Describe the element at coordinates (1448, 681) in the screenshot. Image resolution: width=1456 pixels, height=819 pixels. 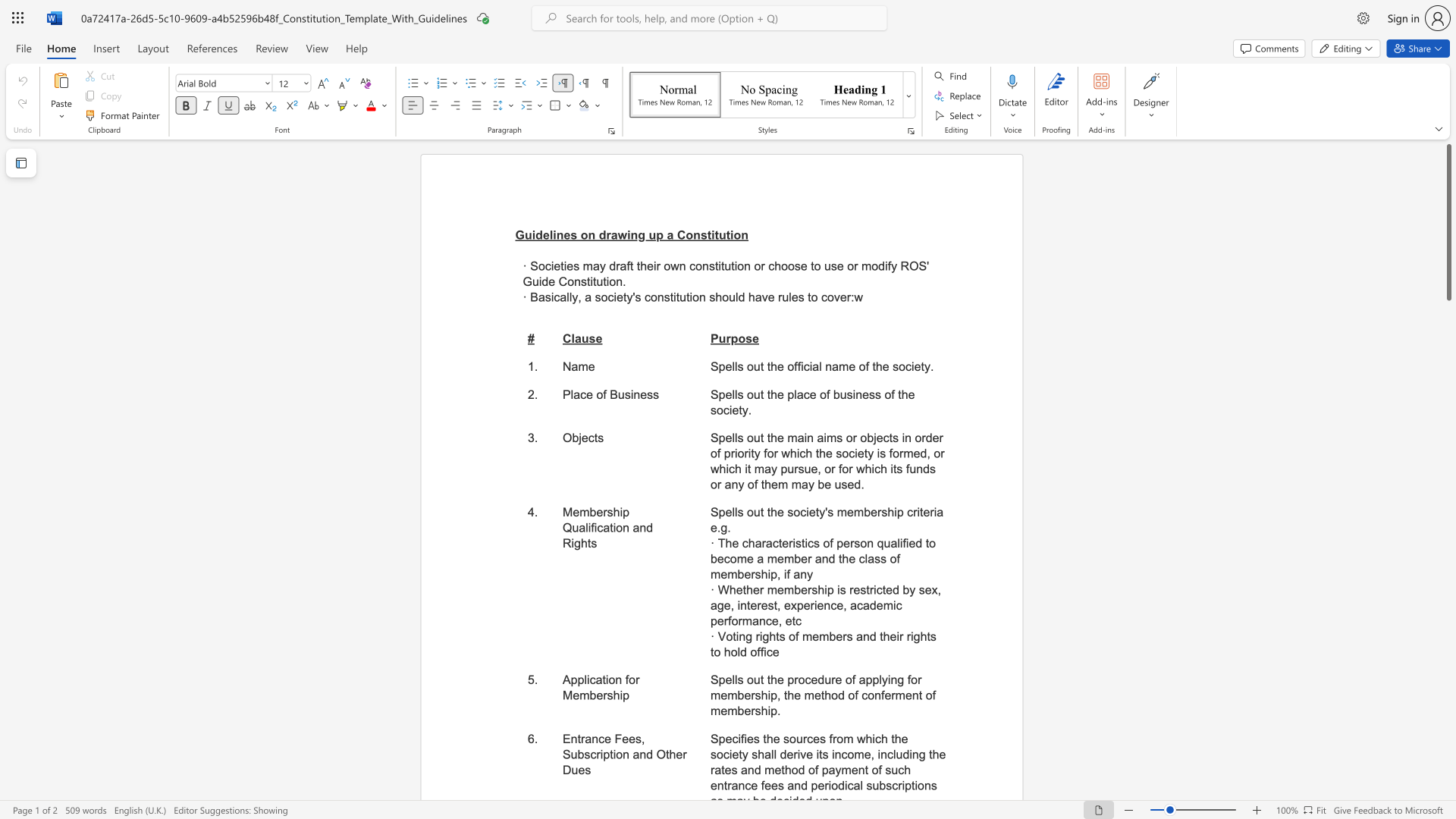
I see `the page's right scrollbar for downward movement` at that location.